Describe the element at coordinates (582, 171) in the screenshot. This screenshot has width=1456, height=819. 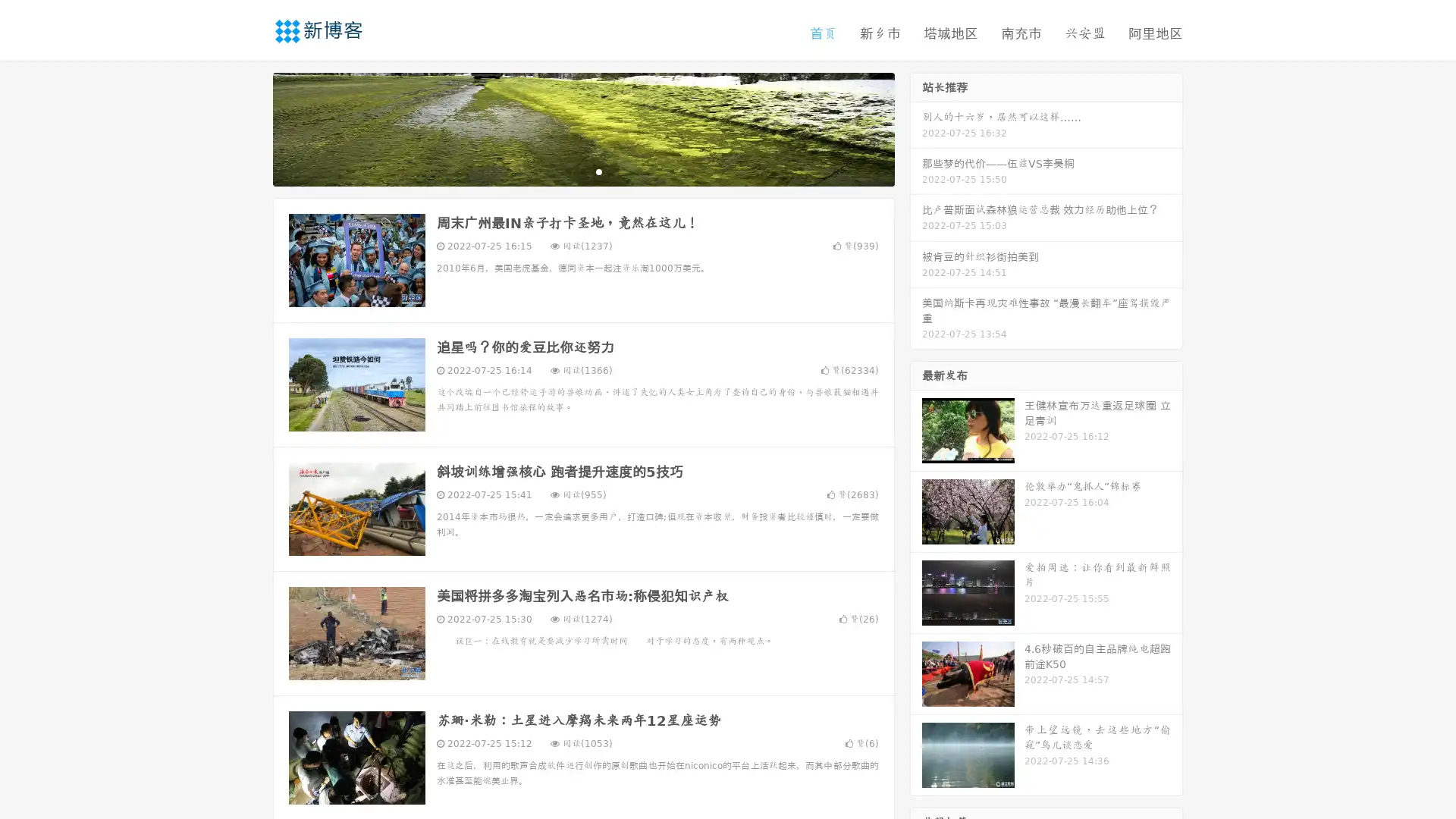
I see `Go to slide 2` at that location.